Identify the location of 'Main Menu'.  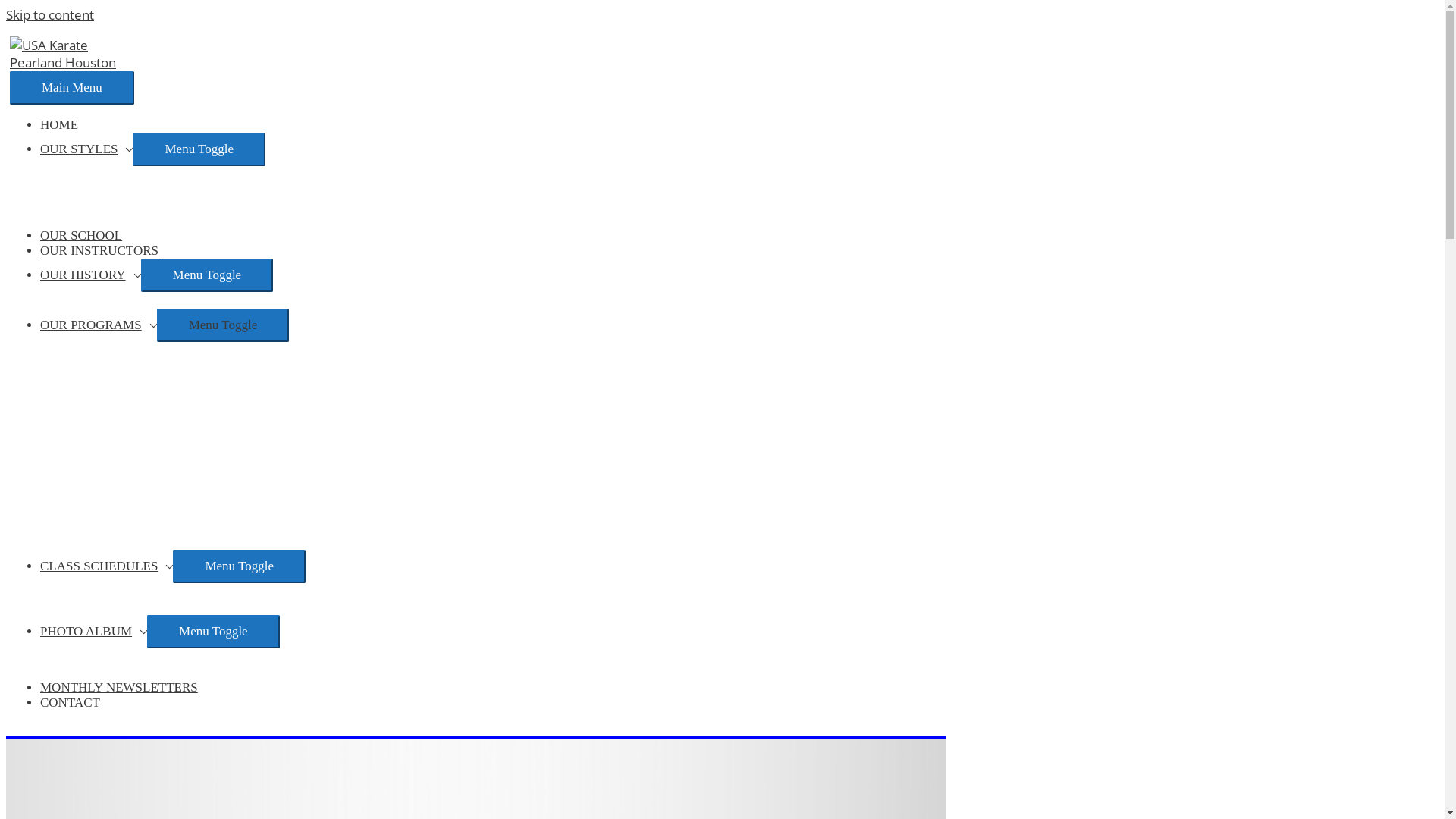
(10, 87).